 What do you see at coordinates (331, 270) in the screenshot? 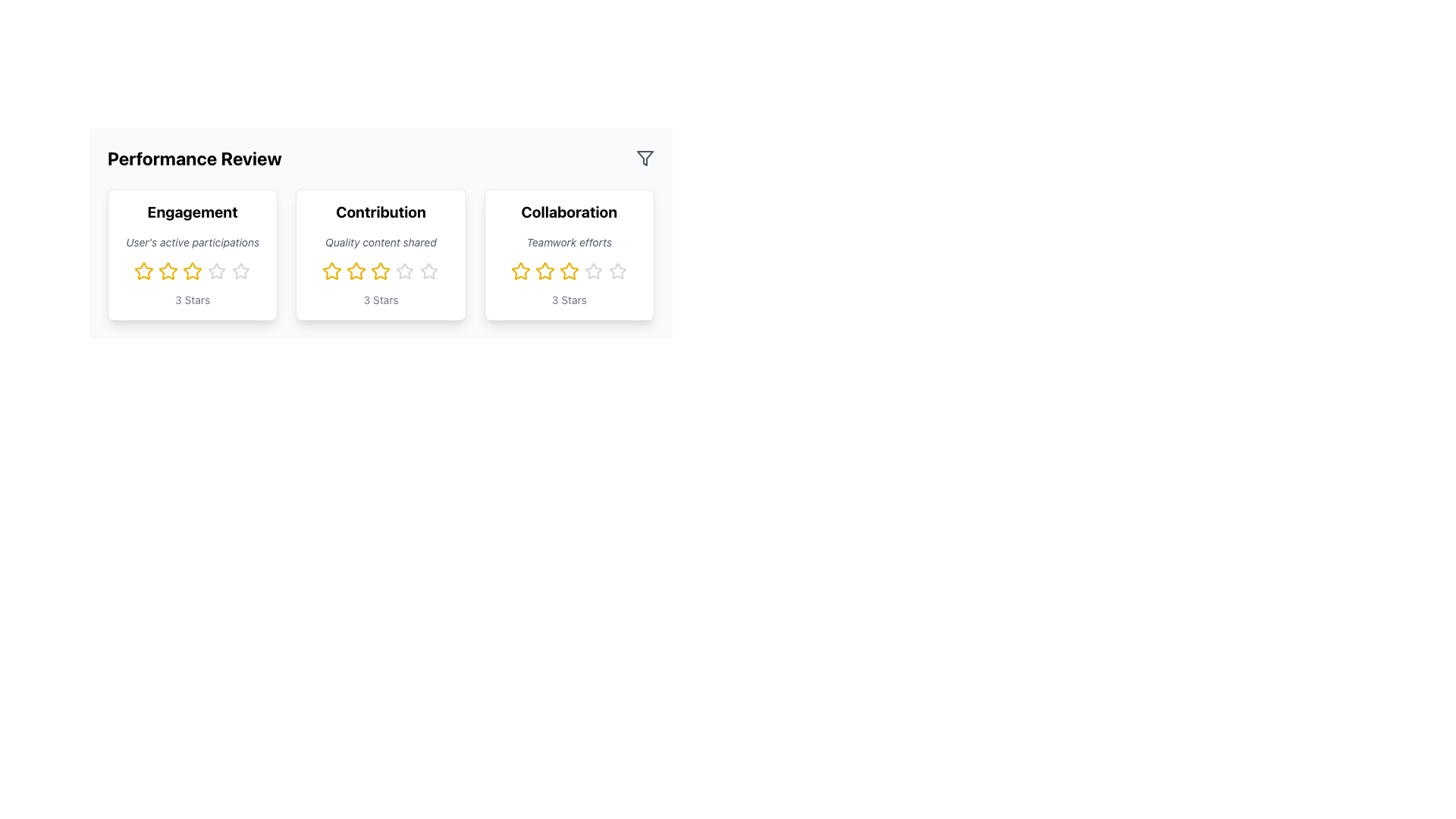
I see `the second star icon in the 5-star rating system under the 'Contribution' card of the 'Performance Review' interface` at bounding box center [331, 270].